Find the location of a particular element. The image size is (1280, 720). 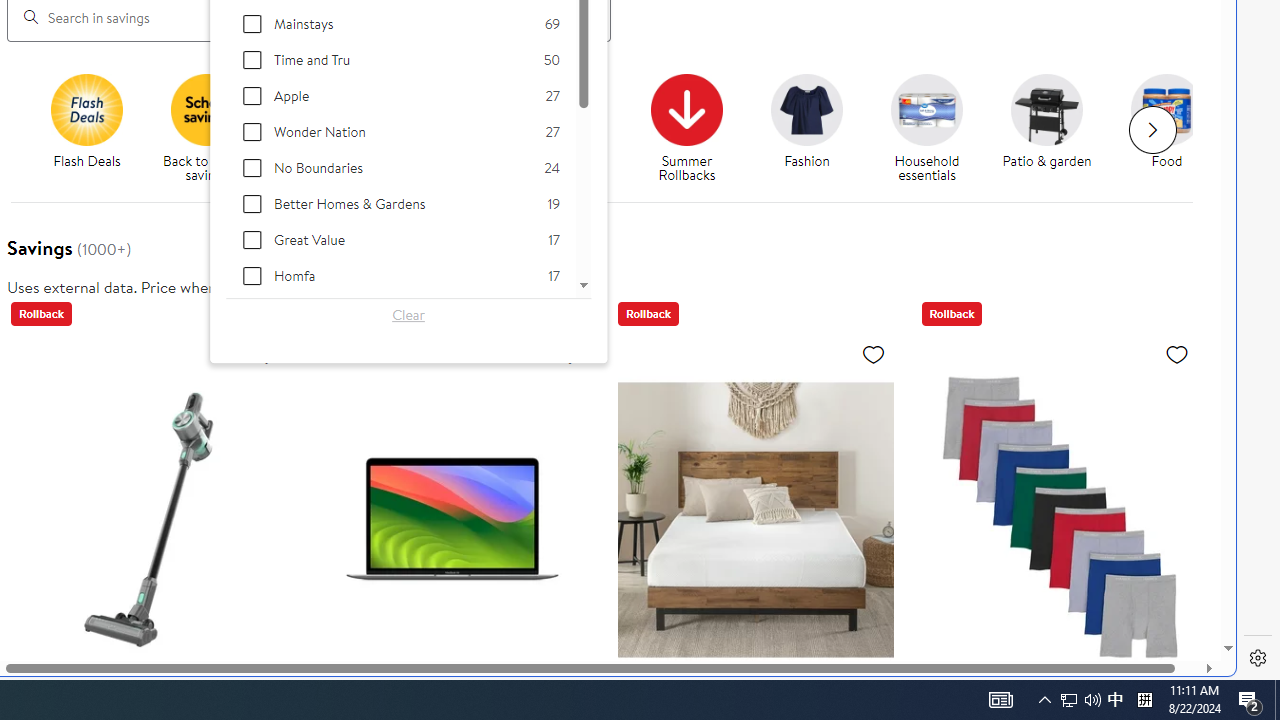

'Household essentials' is located at coordinates (925, 109).